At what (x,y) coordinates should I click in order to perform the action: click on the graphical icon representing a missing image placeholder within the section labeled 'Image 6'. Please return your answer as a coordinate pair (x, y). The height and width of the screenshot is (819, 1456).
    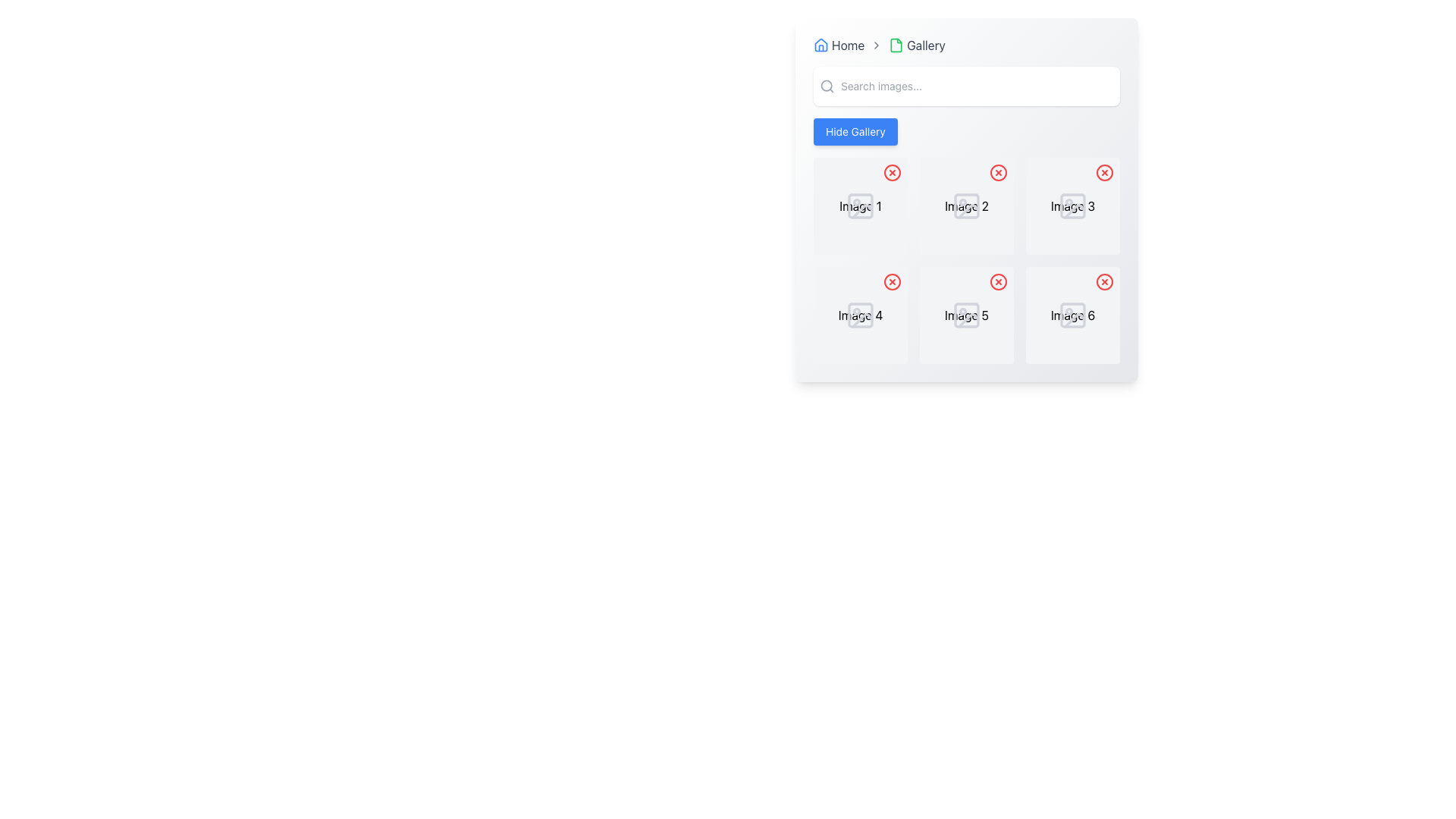
    Looking at the image, I should click on (1072, 315).